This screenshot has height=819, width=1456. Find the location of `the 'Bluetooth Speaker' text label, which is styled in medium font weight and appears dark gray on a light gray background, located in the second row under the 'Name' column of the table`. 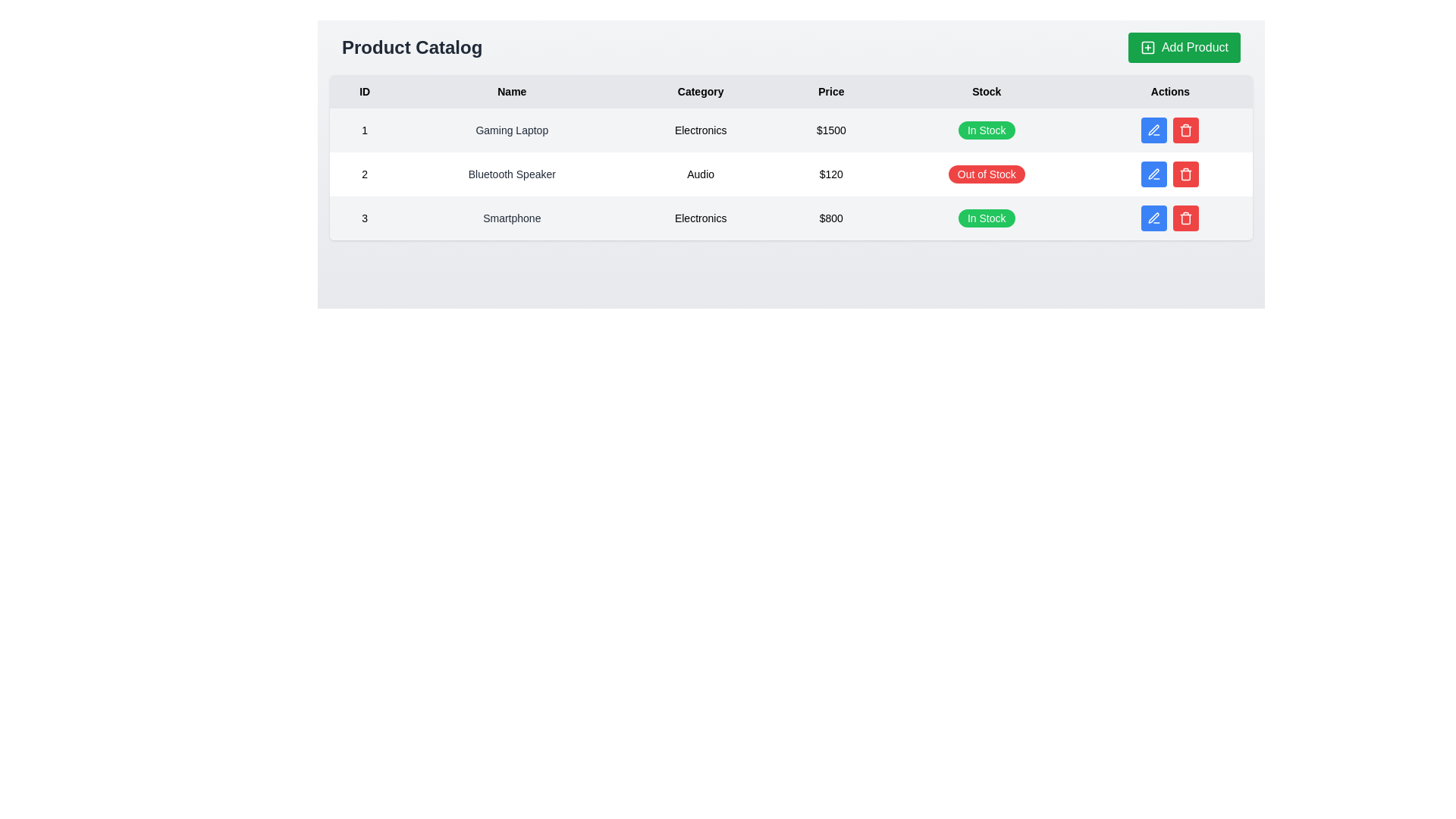

the 'Bluetooth Speaker' text label, which is styled in medium font weight and appears dark gray on a light gray background, located in the second row under the 'Name' column of the table is located at coordinates (512, 174).